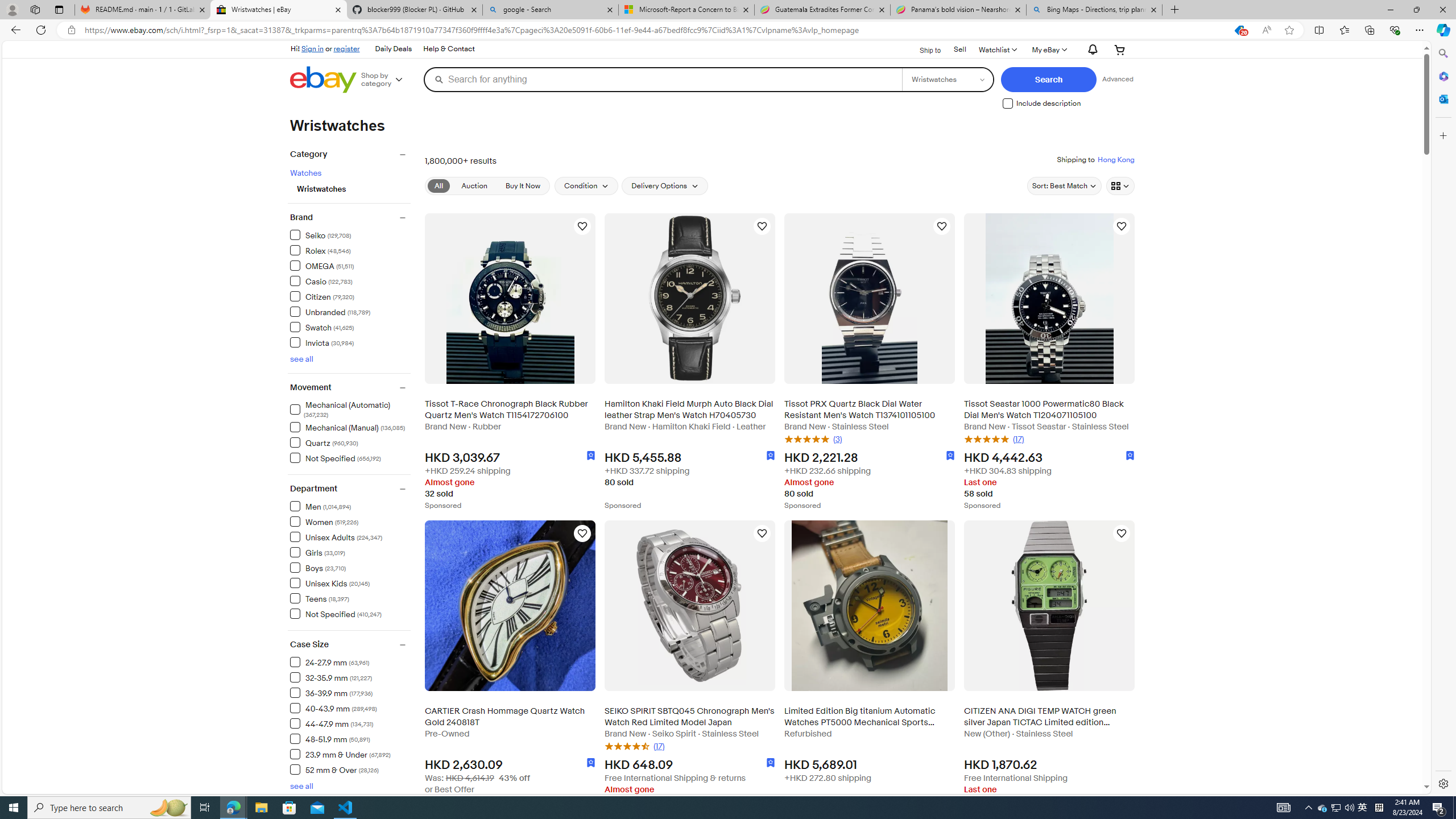 The width and height of the screenshot is (1456, 819). I want to click on 'Boys (23,710) Items', so click(317, 566).